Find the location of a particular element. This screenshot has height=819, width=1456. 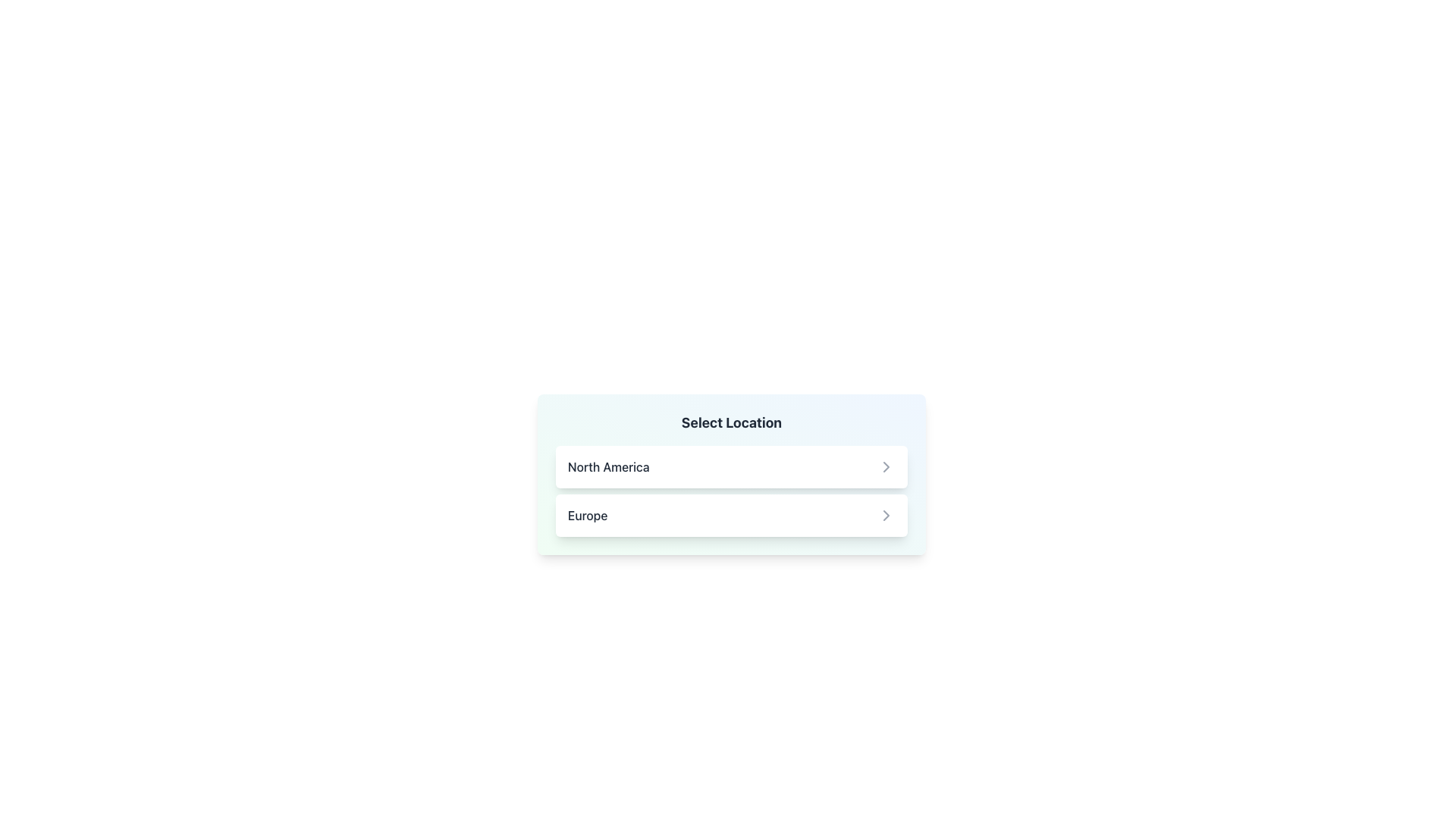

the text label reading 'North America', which is styled in bold dark gray font against a white background, located in the first row of a vertical list above 'Europe' is located at coordinates (608, 466).